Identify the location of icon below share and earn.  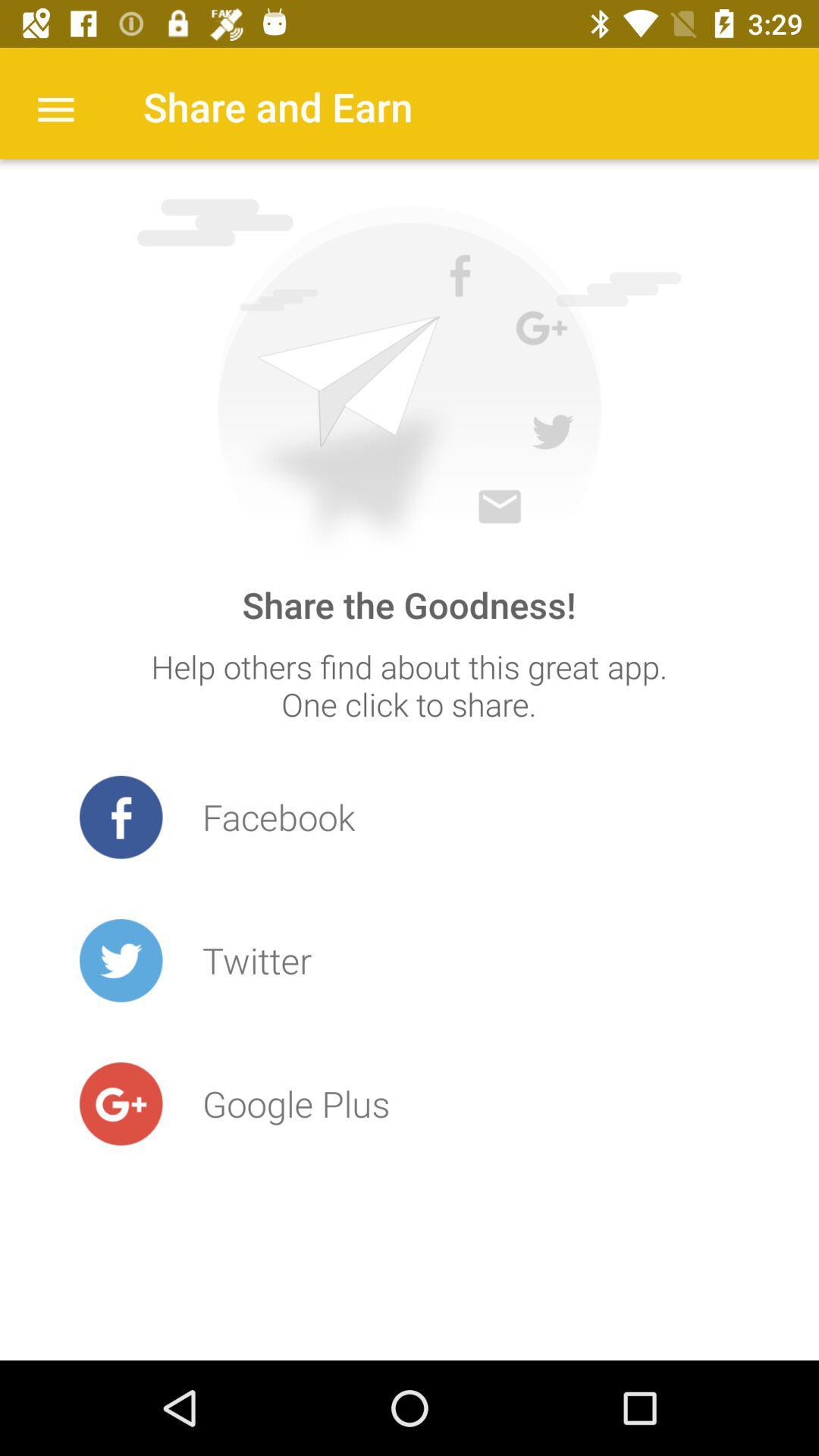
(408, 379).